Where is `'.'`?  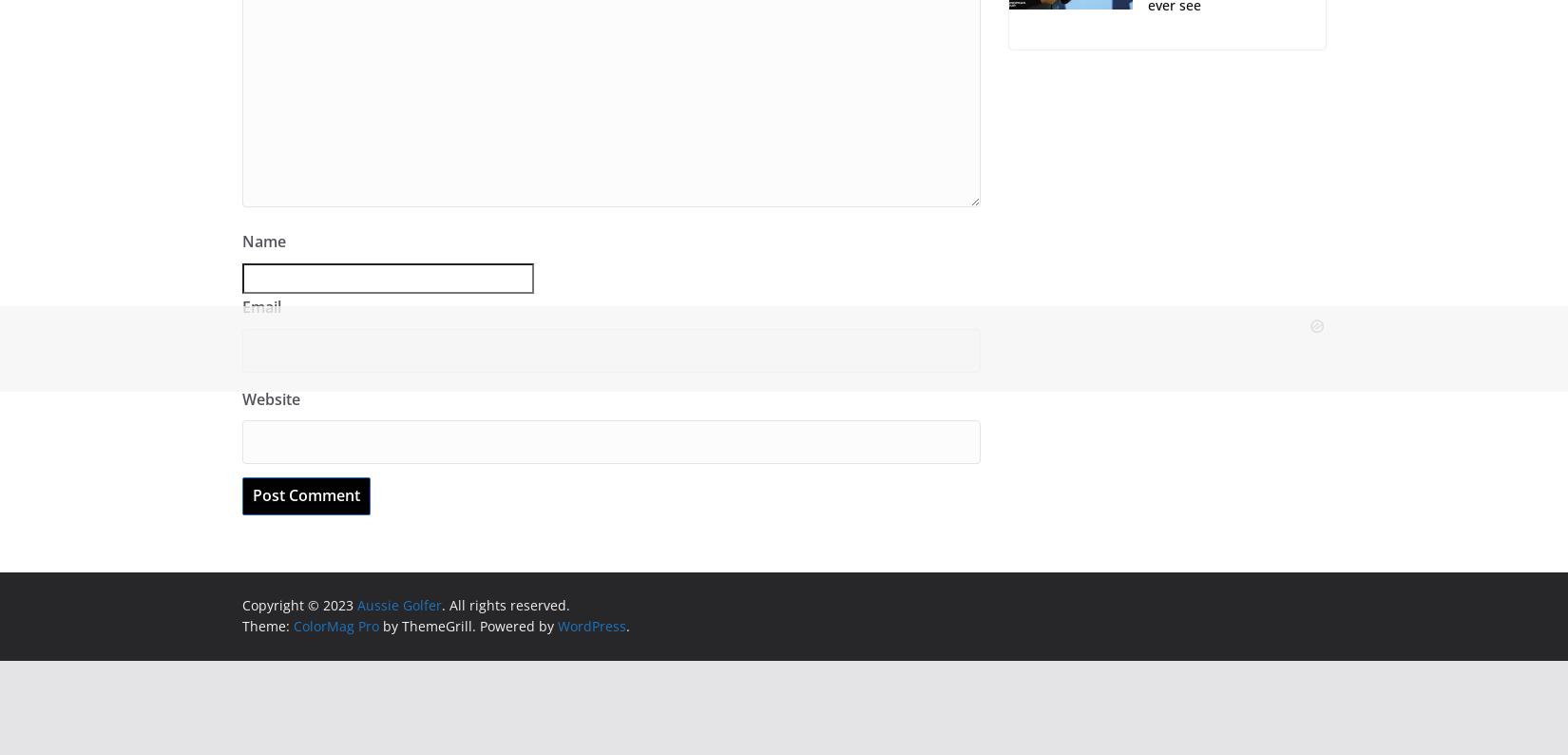 '.' is located at coordinates (626, 625).